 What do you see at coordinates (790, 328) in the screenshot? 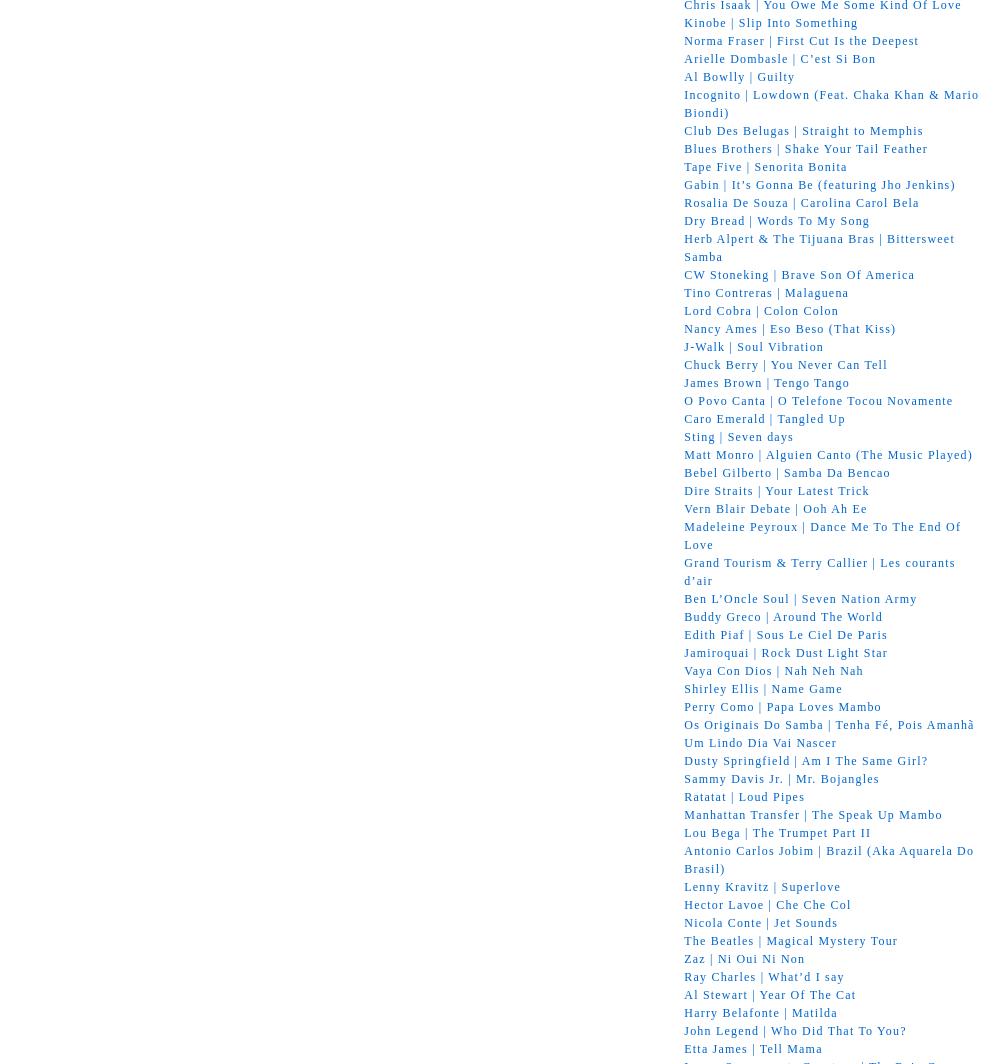
I see `'Nancy Ames | Eso Beso (That Kiss)'` at bounding box center [790, 328].